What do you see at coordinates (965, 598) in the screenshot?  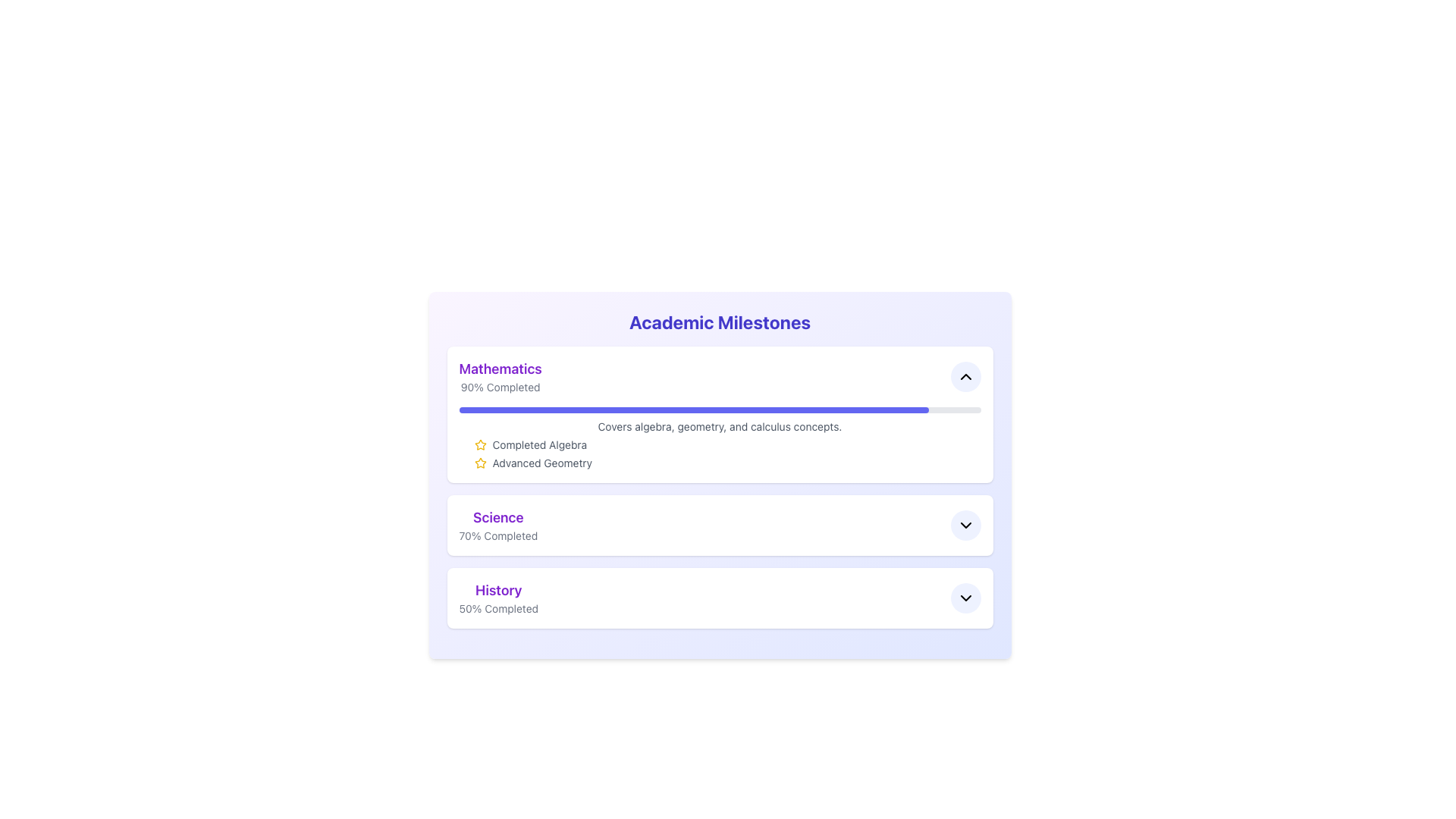 I see `the button that toggles the visibility of additional information in the 'History' section to change its background color` at bounding box center [965, 598].